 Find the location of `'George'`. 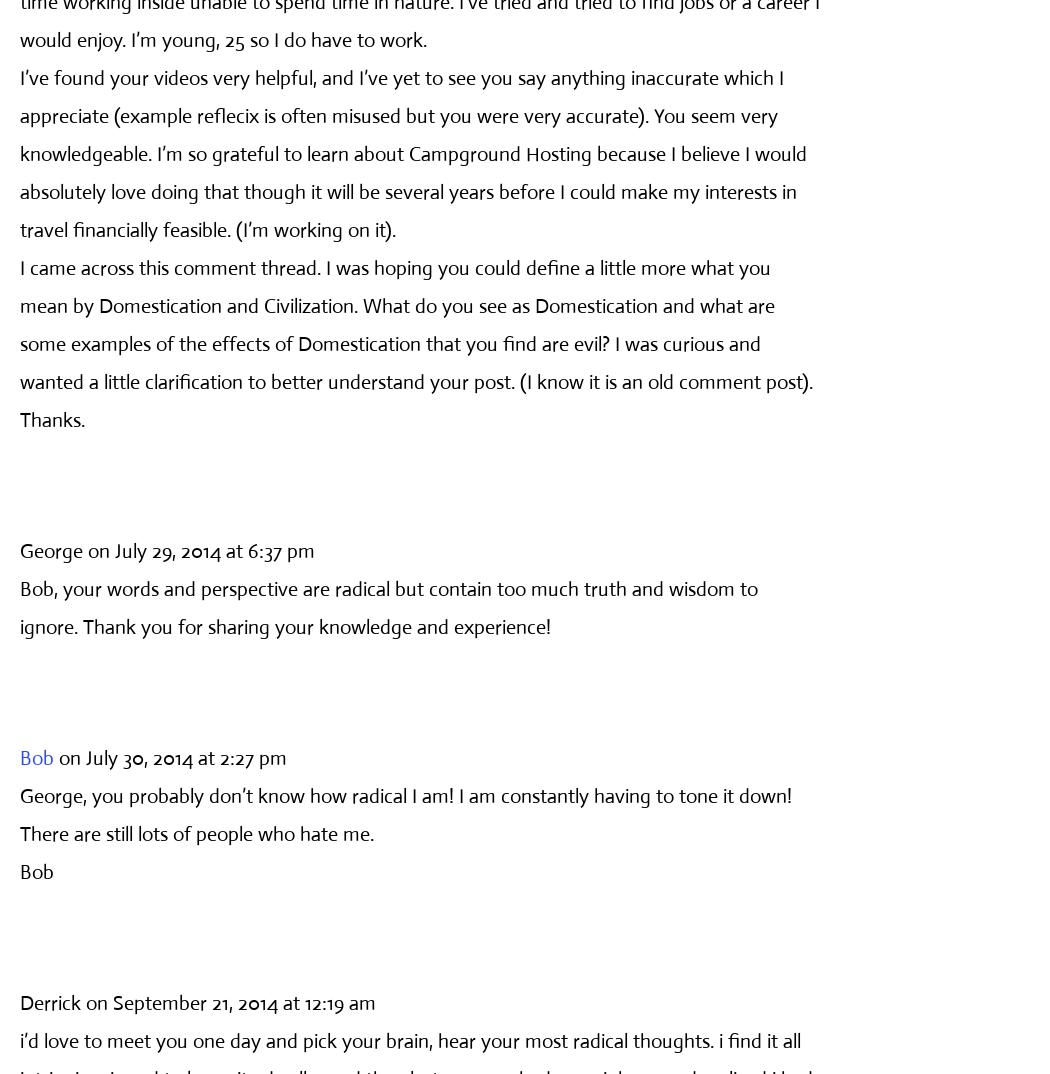

'George' is located at coordinates (50, 549).